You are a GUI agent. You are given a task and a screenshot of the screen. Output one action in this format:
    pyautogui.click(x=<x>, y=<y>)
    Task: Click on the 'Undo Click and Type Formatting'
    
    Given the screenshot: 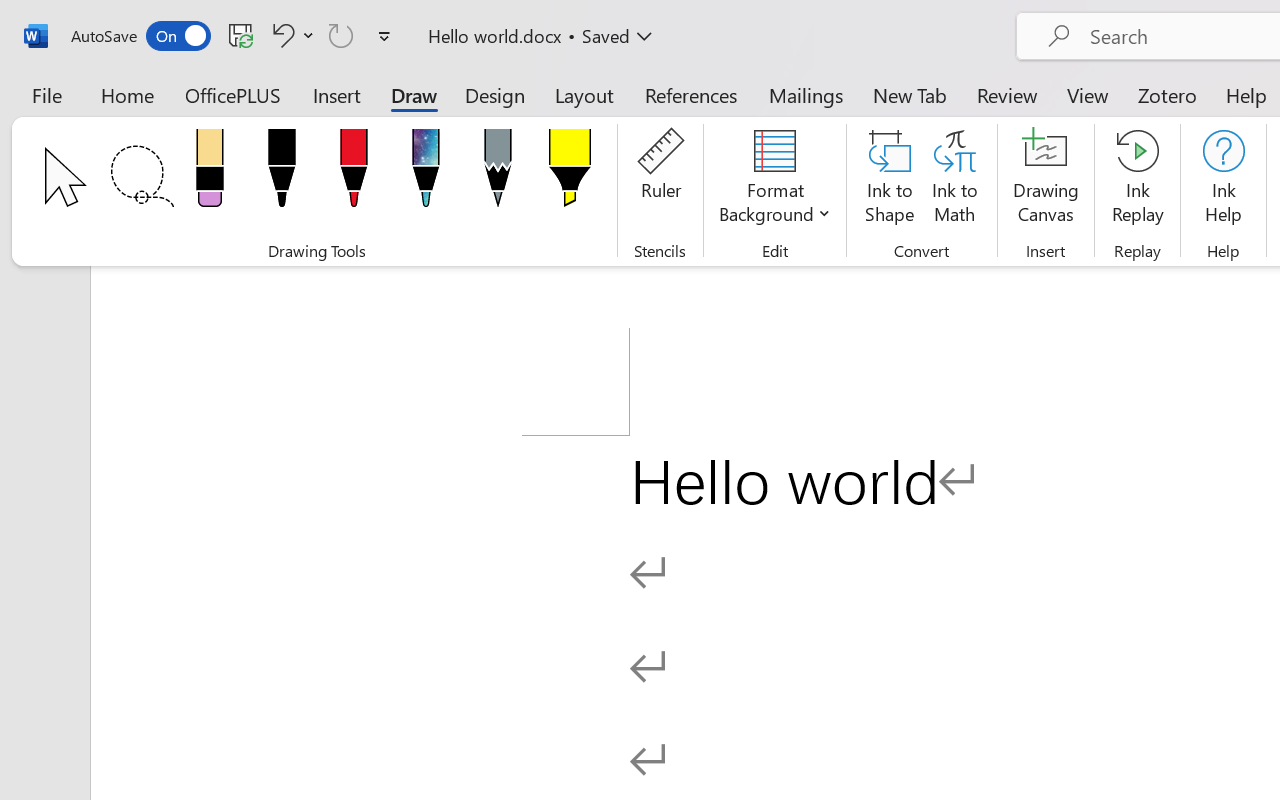 What is the action you would take?
    pyautogui.click(x=289, y=34)
    